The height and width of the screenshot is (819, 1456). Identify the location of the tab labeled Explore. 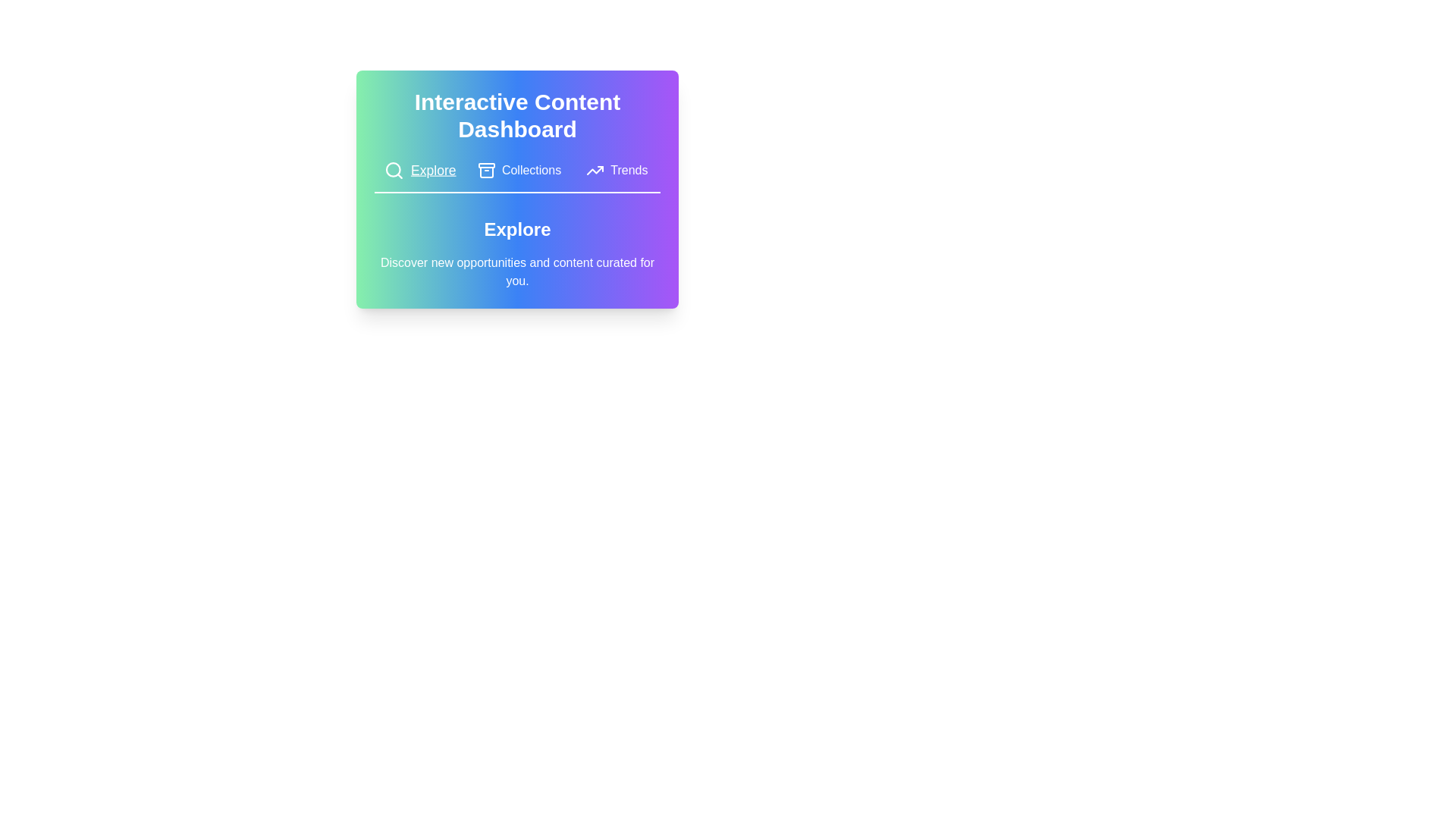
(419, 170).